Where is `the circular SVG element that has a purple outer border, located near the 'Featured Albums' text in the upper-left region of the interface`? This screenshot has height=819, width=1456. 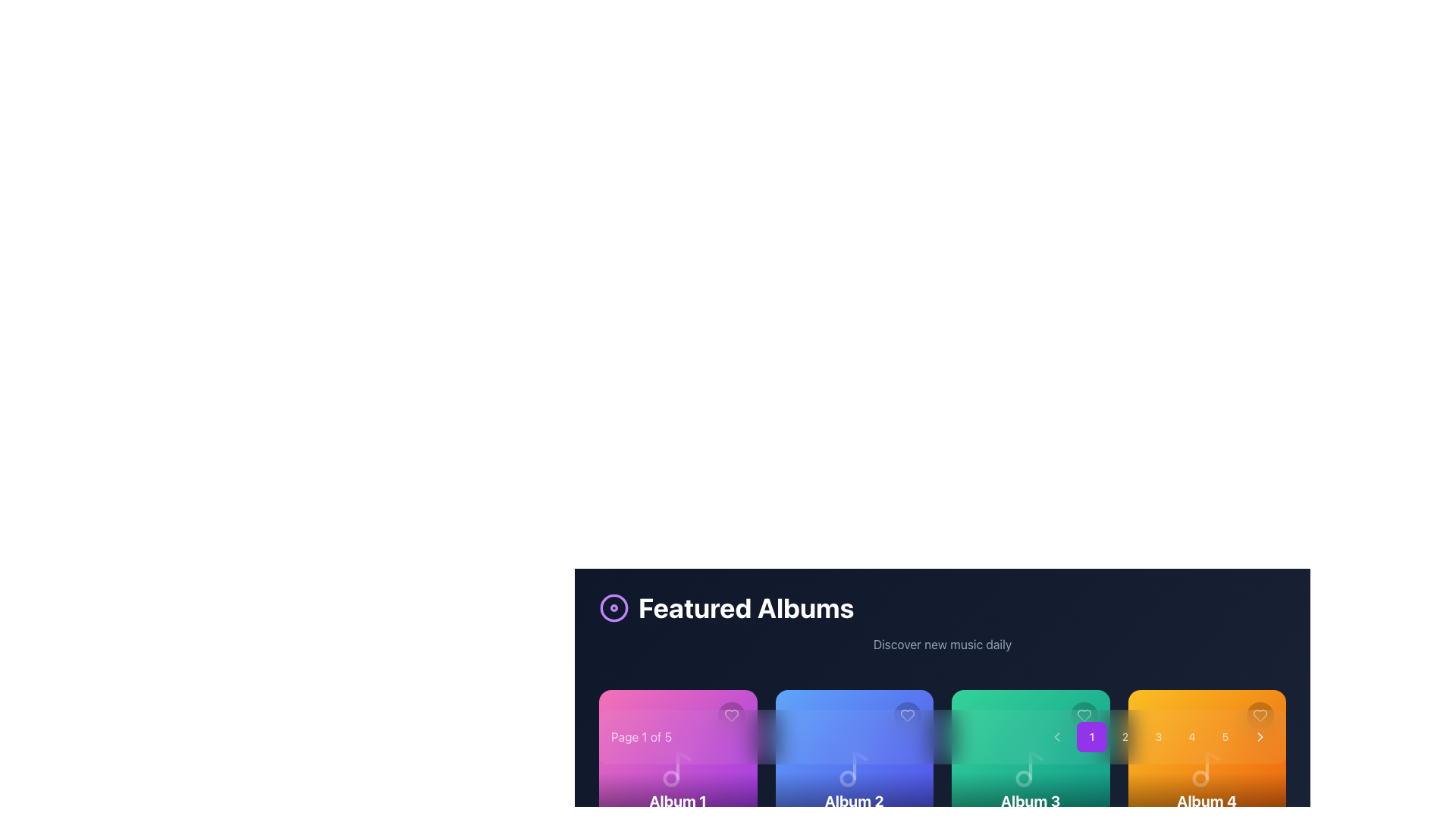
the circular SVG element that has a purple outer border, located near the 'Featured Albums' text in the upper-left region of the interface is located at coordinates (614, 607).